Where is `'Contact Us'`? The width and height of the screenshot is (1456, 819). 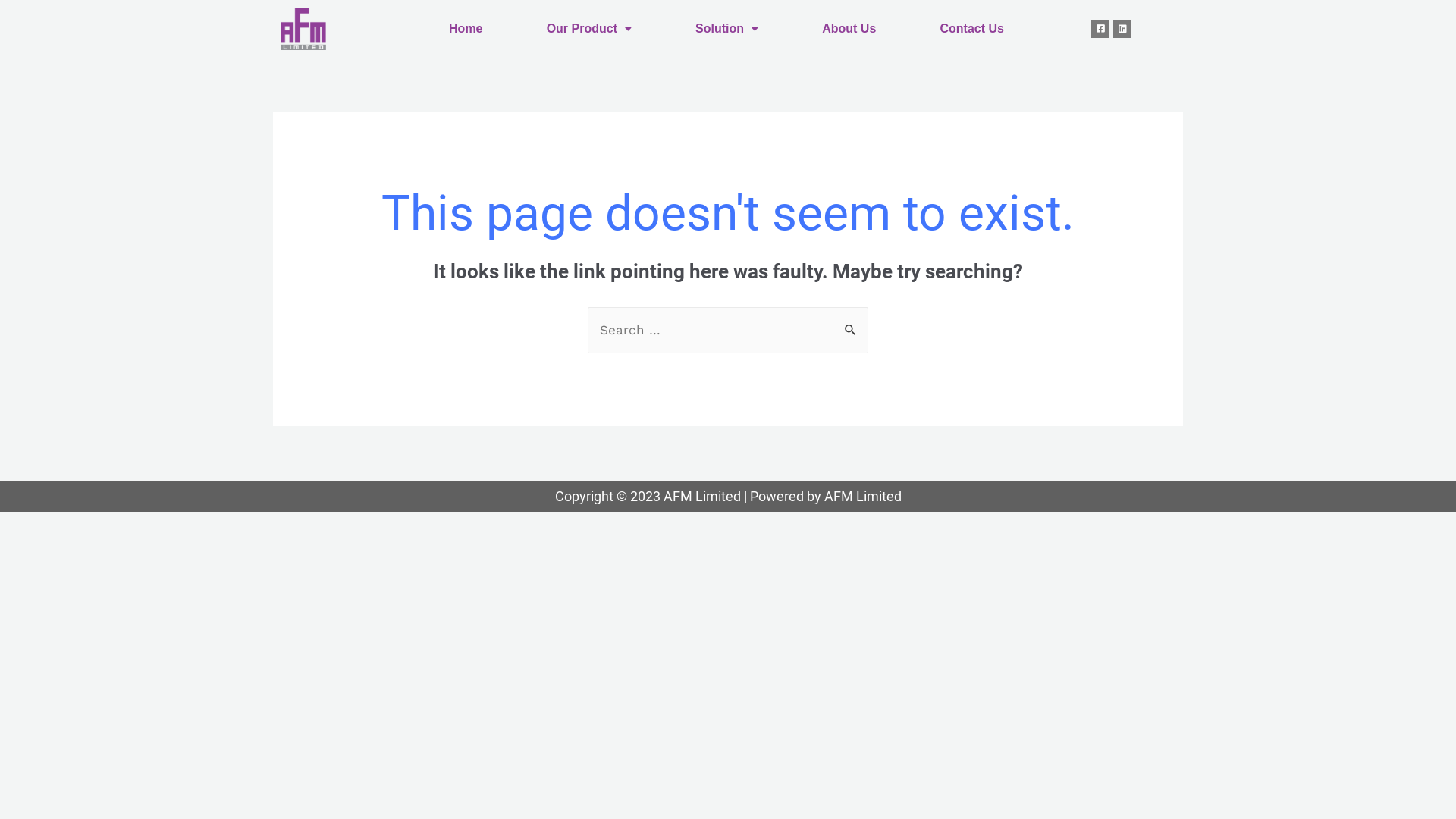 'Contact Us' is located at coordinates (971, 29).